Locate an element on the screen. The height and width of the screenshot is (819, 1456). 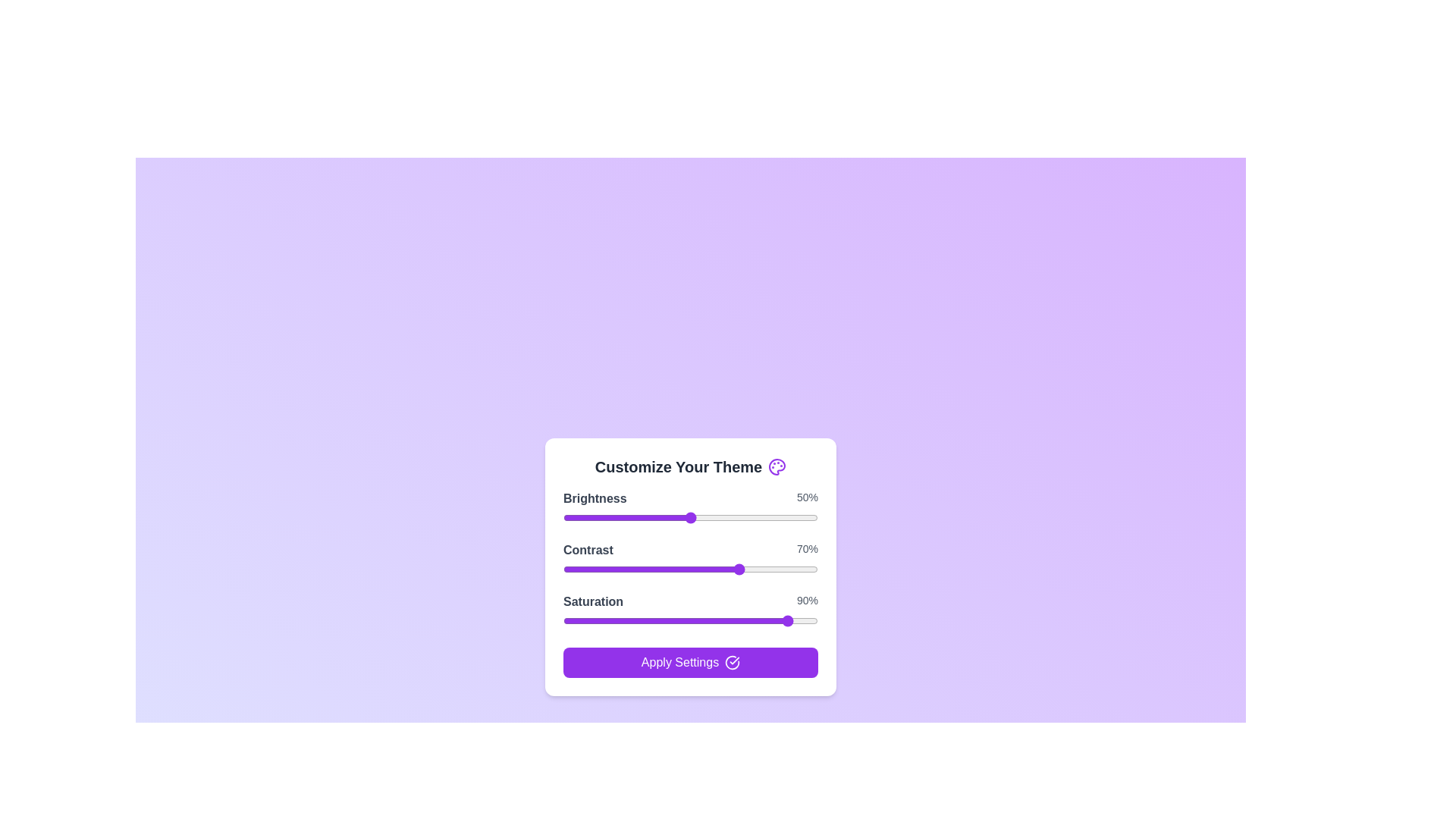
the saturation slider to 94% is located at coordinates (802, 620).